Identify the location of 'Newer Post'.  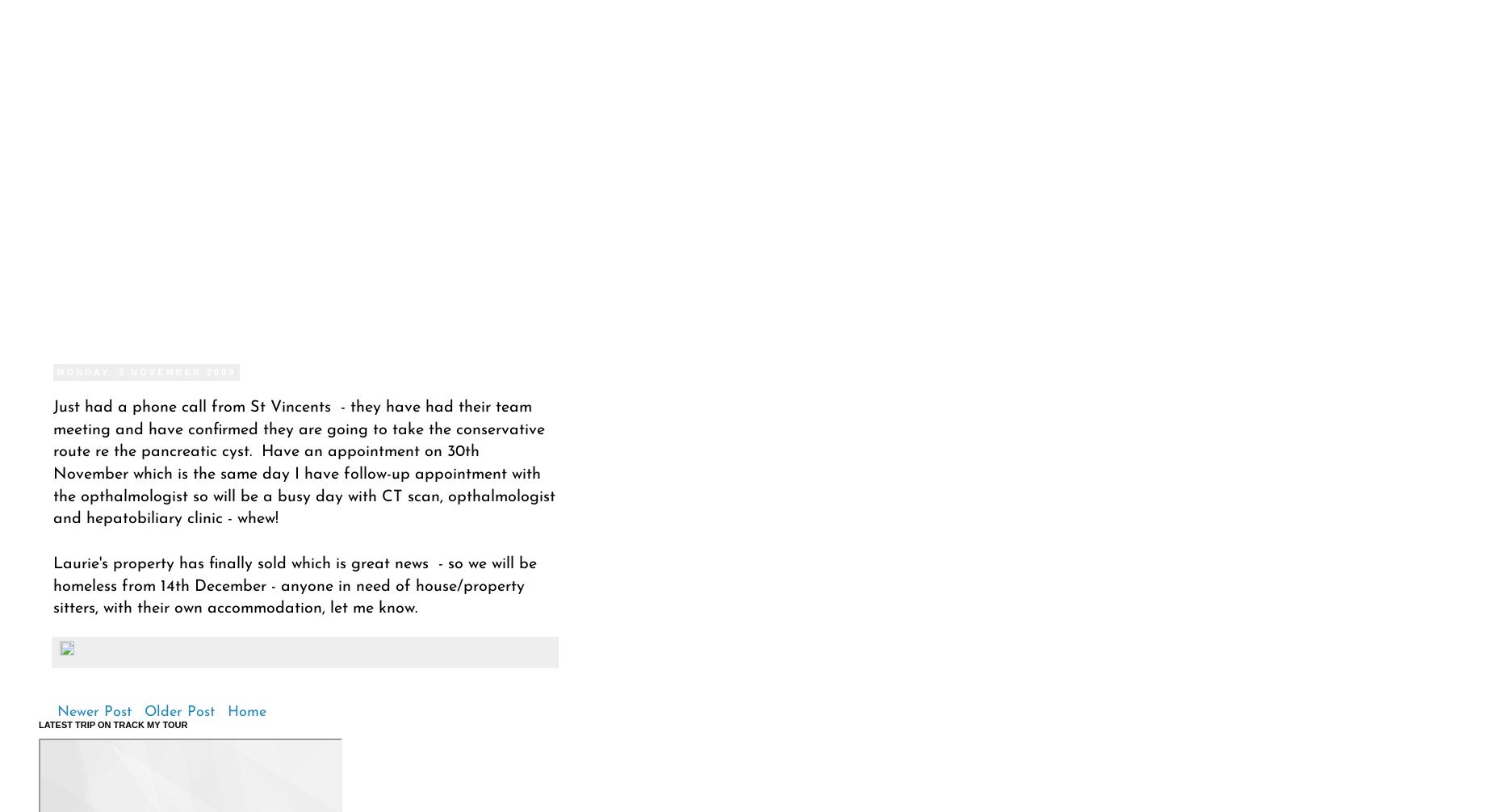
(94, 710).